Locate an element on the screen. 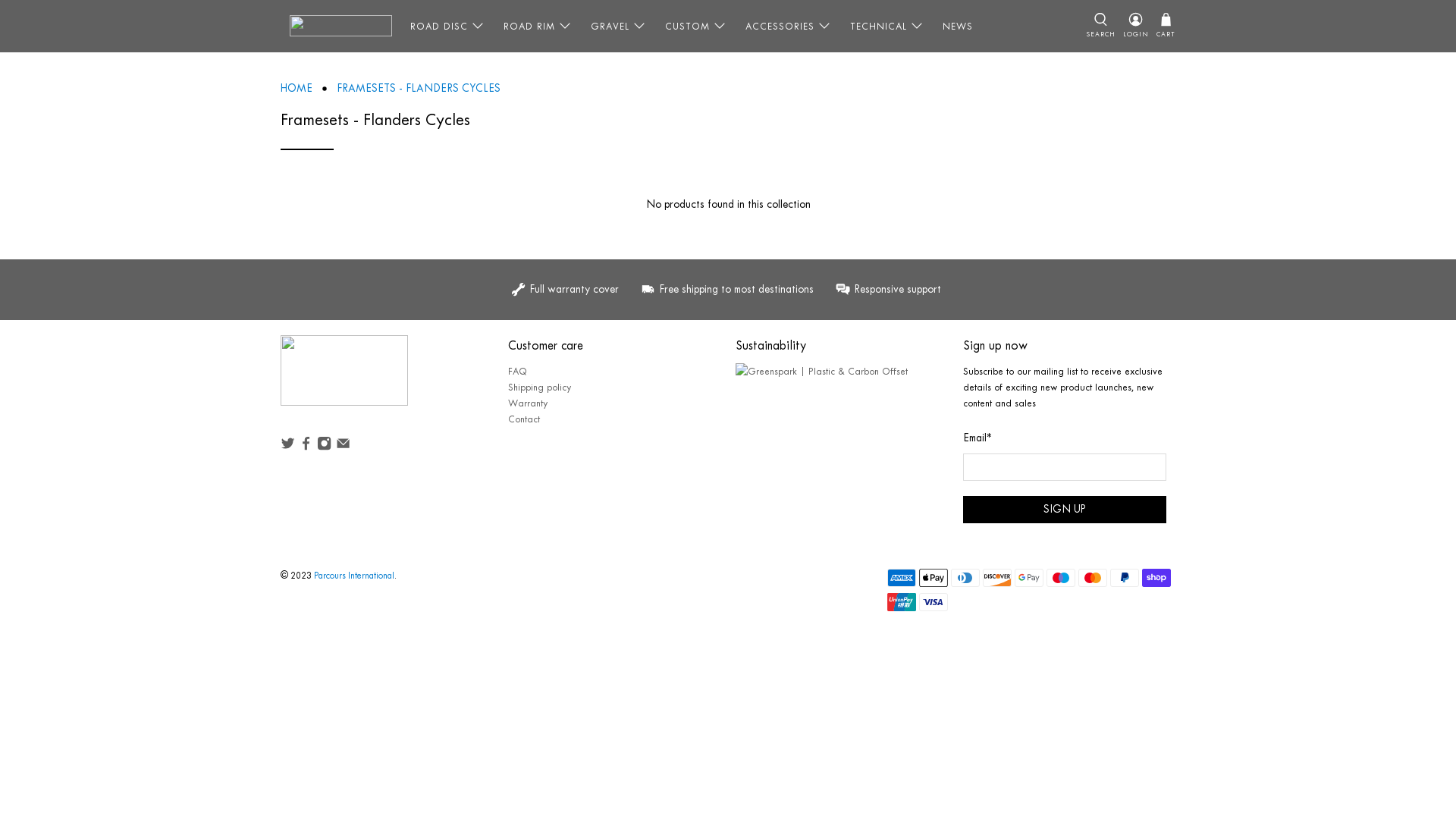 This screenshot has height=819, width=1456. 'LOGIN' is located at coordinates (1119, 26).